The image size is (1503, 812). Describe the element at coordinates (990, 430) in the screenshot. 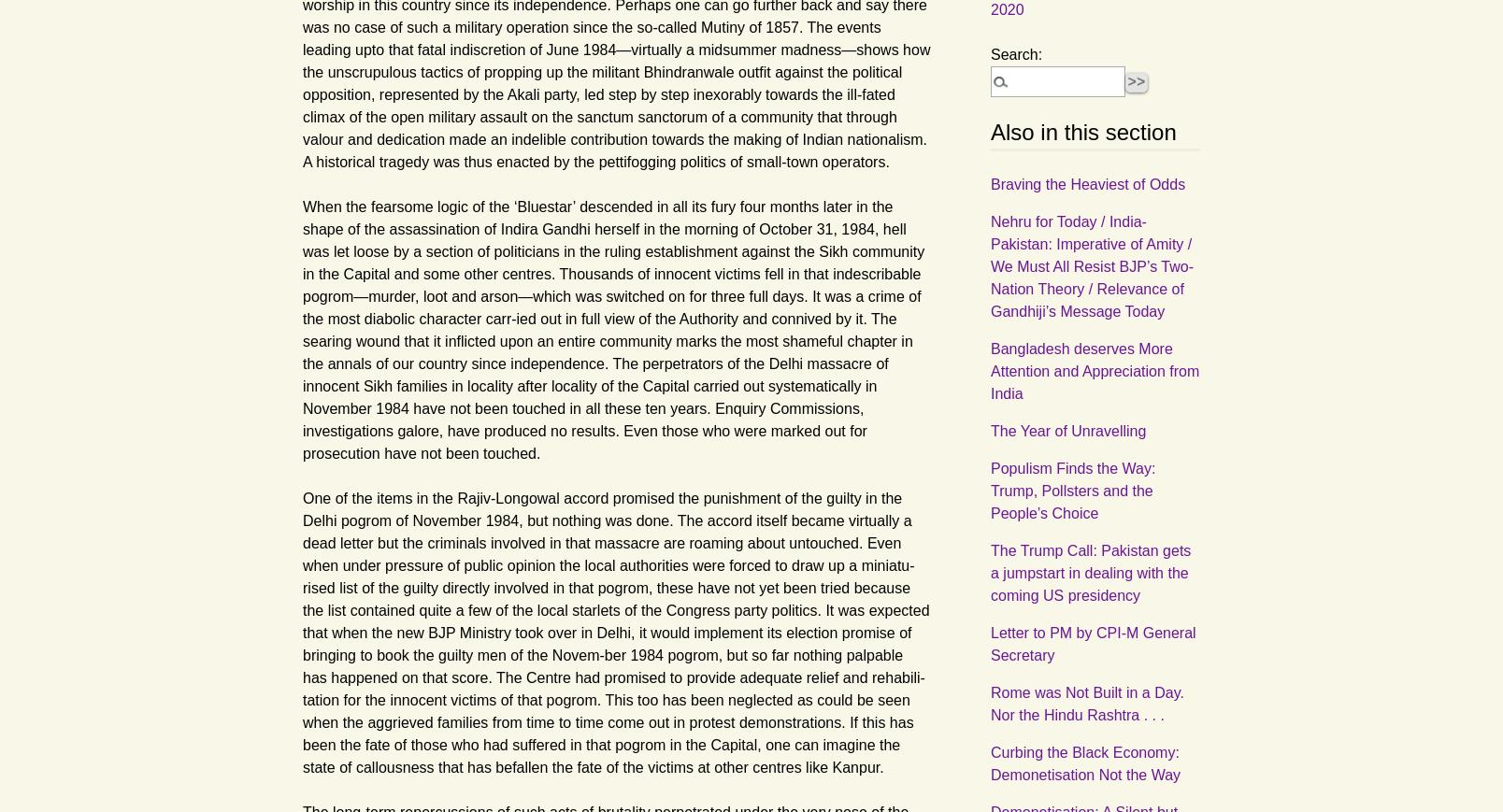

I see `'The Year of Unravelling'` at that location.